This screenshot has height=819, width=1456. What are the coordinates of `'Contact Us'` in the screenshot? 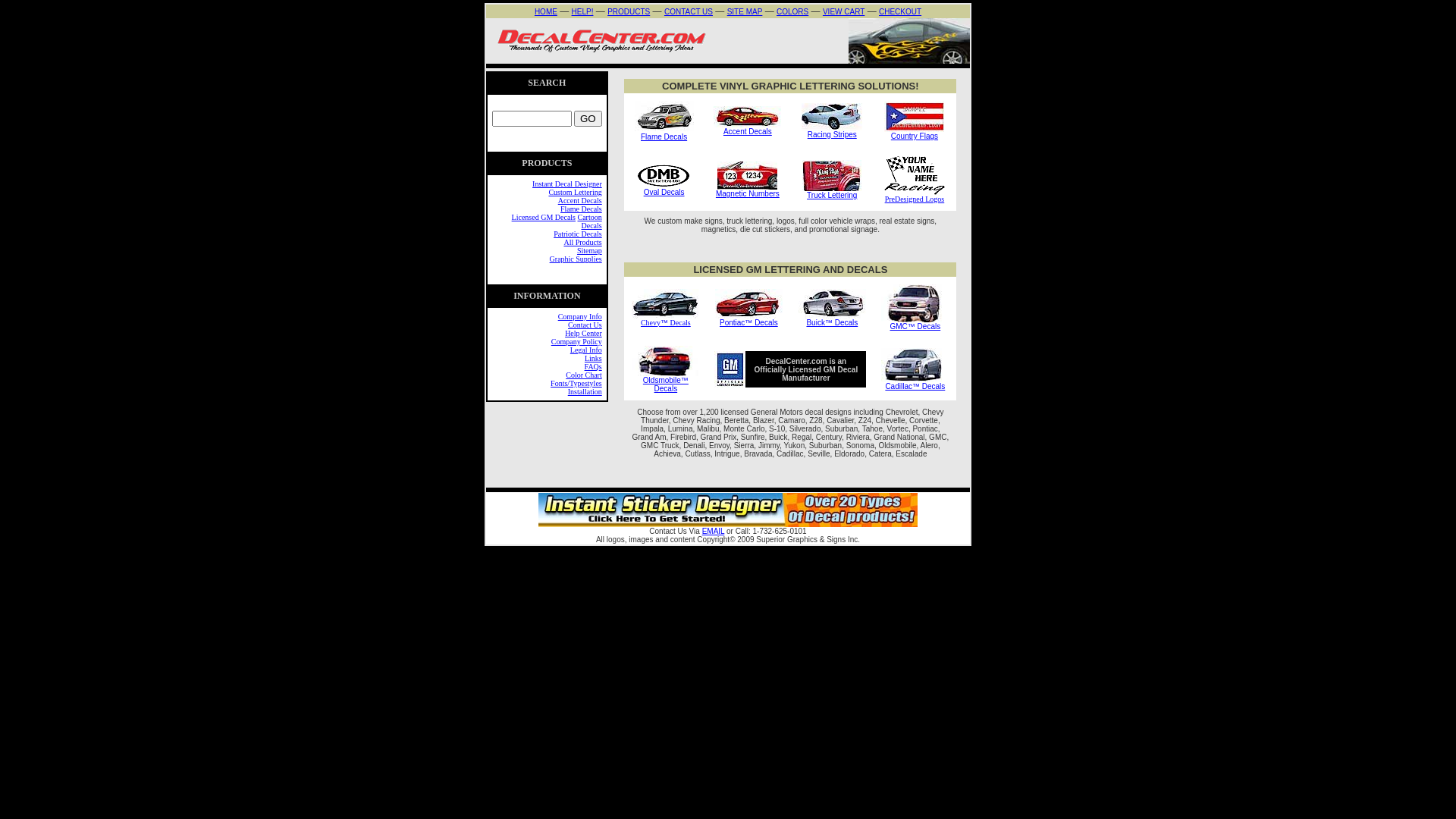 It's located at (584, 324).